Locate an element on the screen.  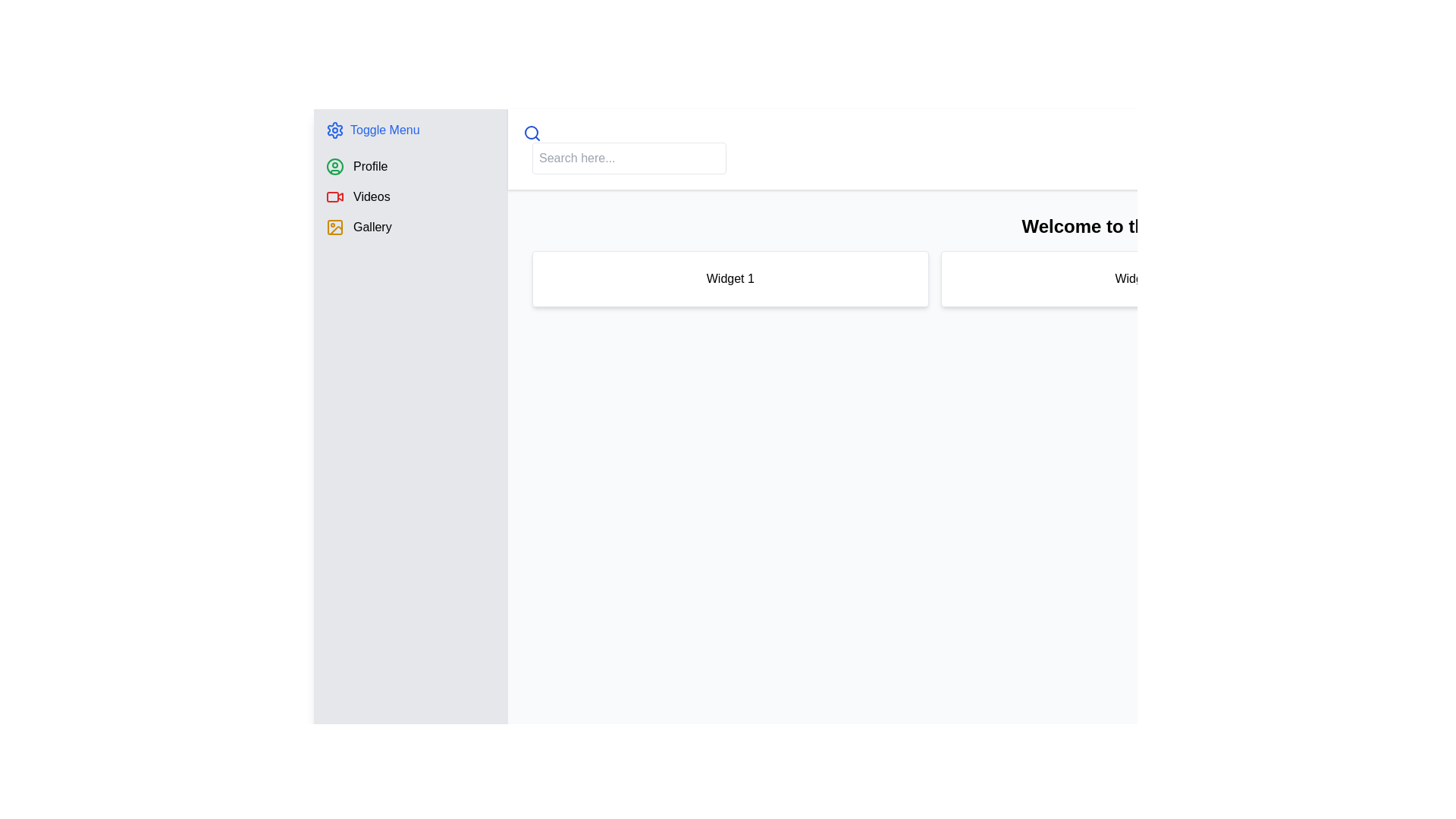
the blue gear-shaped settings icon located in the left sidebar adjacent to the 'Toggle Menu' text is located at coordinates (334, 130).